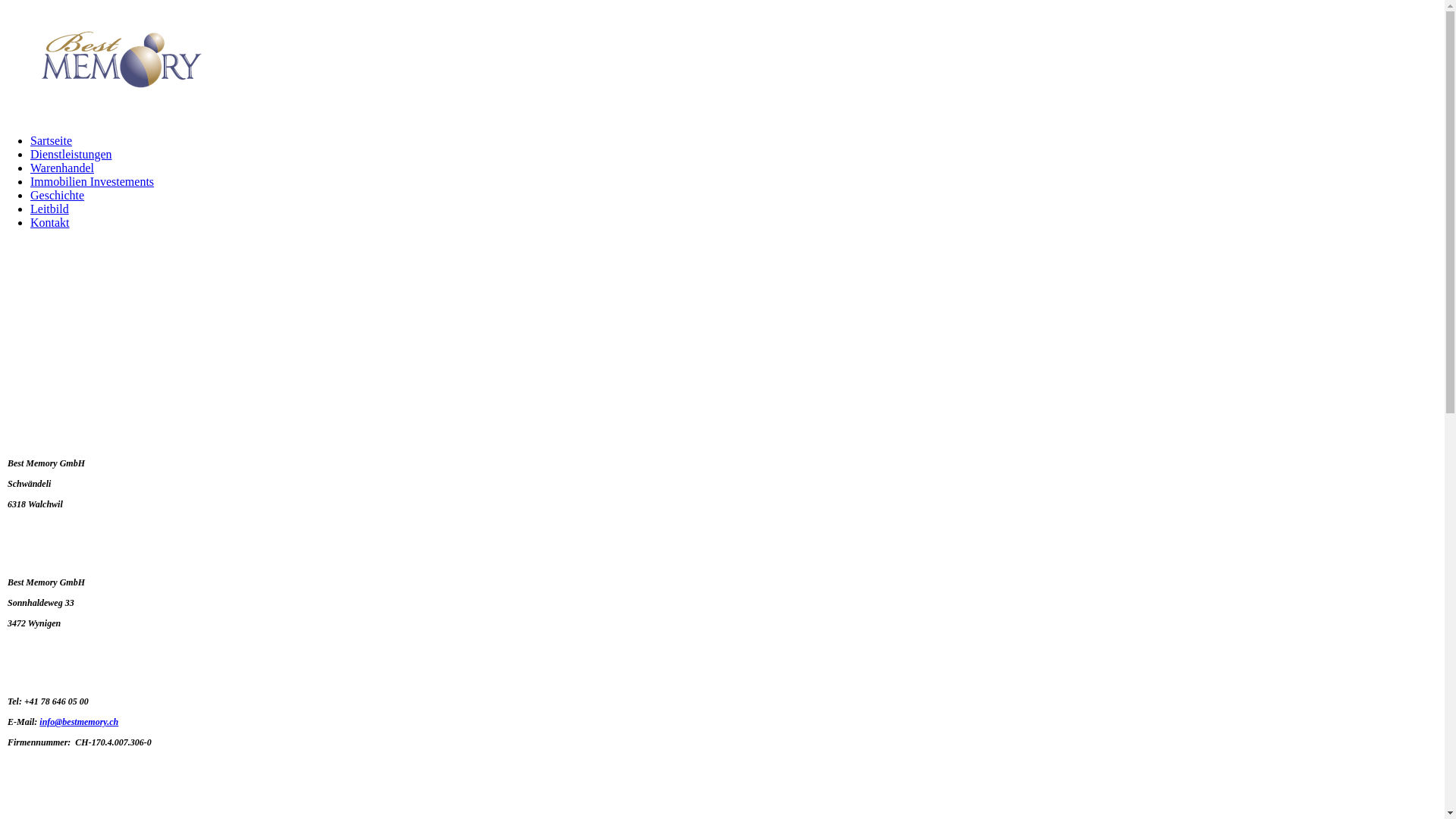  What do you see at coordinates (91, 180) in the screenshot?
I see `'Immobilien Investements'` at bounding box center [91, 180].